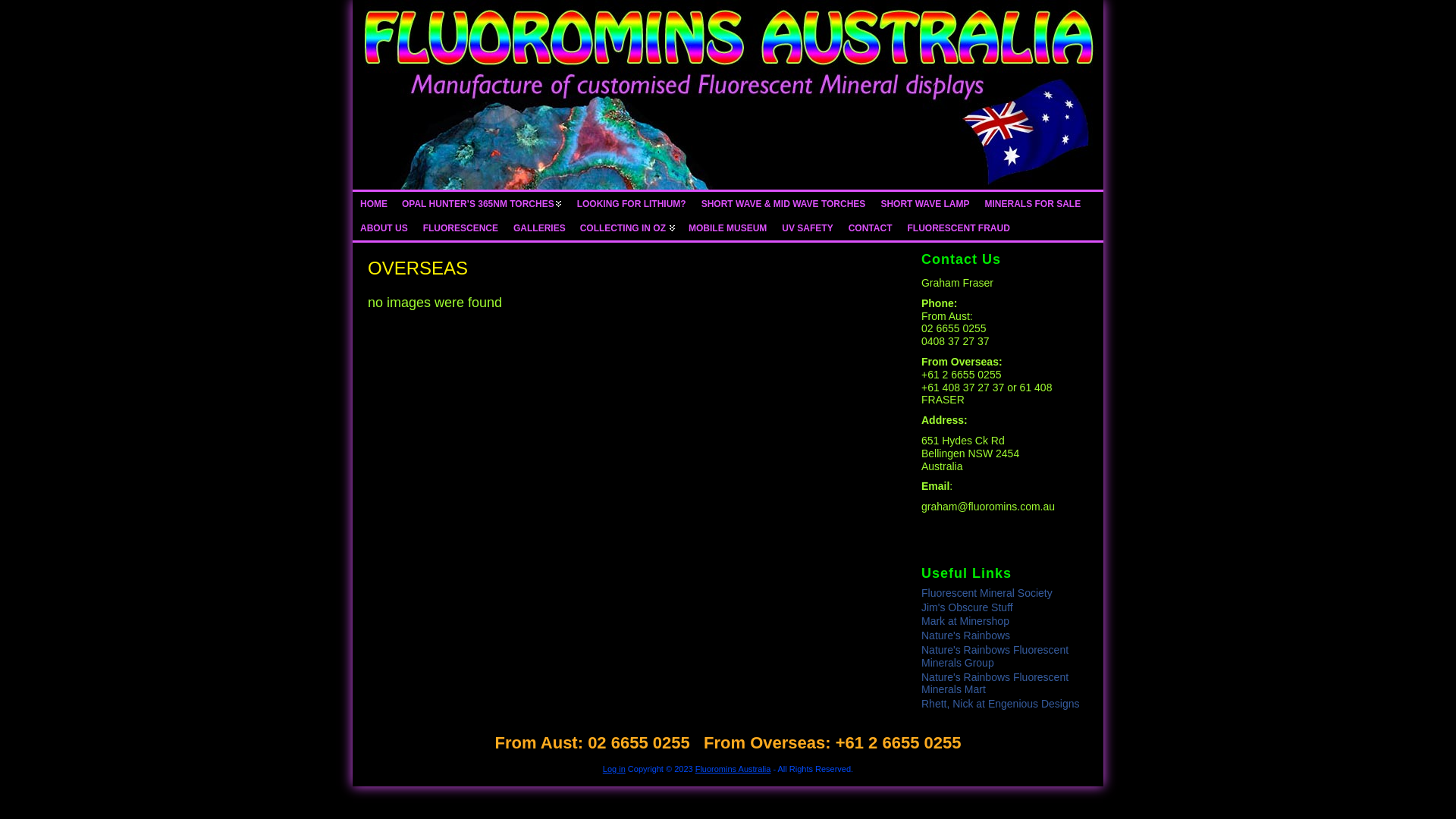 The image size is (1456, 819). Describe the element at coordinates (733, 769) in the screenshot. I see `'Fluoromins Australia'` at that location.